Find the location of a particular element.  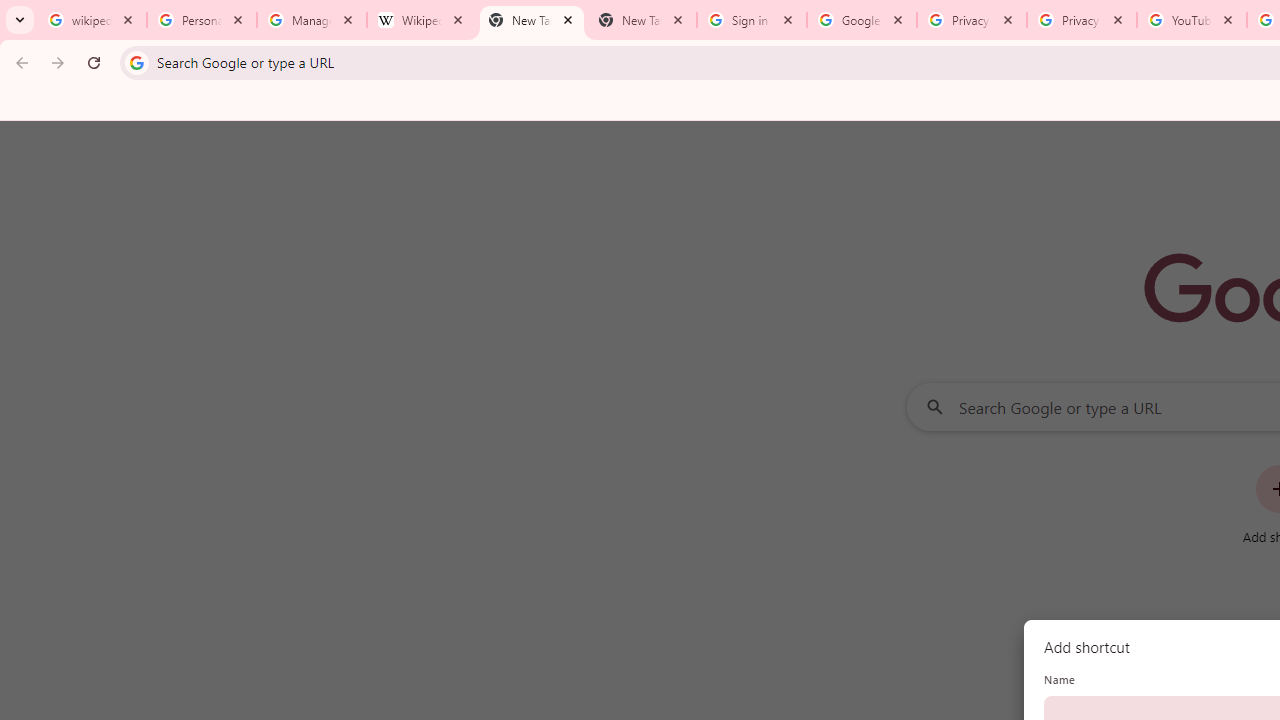

'Google Drive: Sign-in' is located at coordinates (861, 20).